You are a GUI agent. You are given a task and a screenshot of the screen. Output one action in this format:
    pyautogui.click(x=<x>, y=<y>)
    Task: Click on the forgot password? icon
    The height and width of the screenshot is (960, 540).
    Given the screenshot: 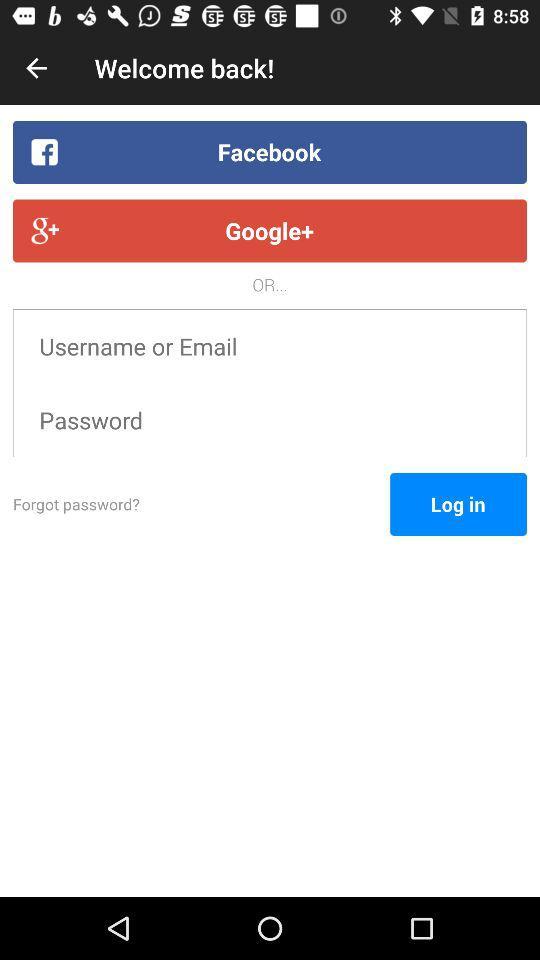 What is the action you would take?
    pyautogui.click(x=201, y=503)
    